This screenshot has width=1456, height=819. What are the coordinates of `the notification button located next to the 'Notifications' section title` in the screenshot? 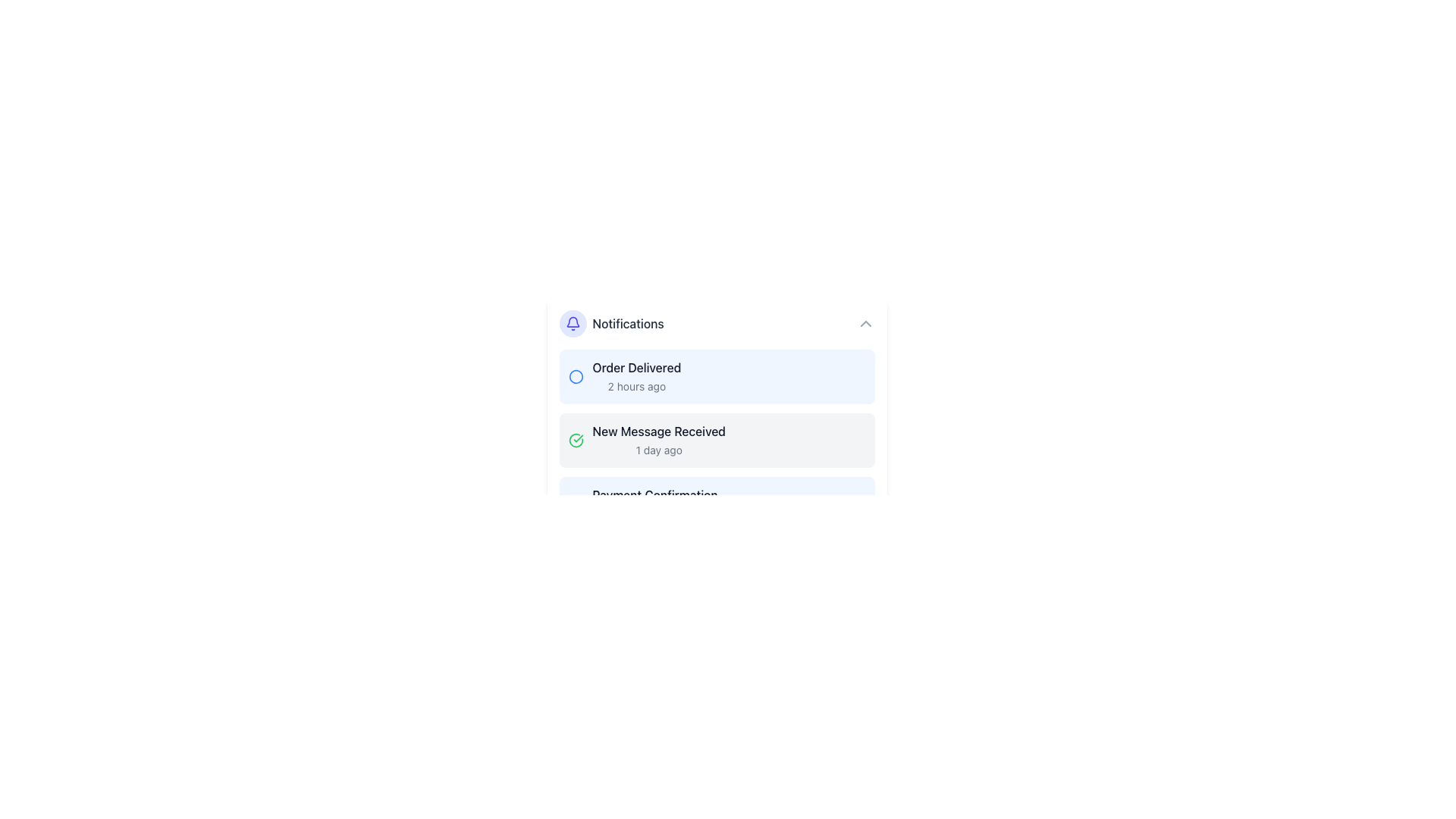 It's located at (572, 323).